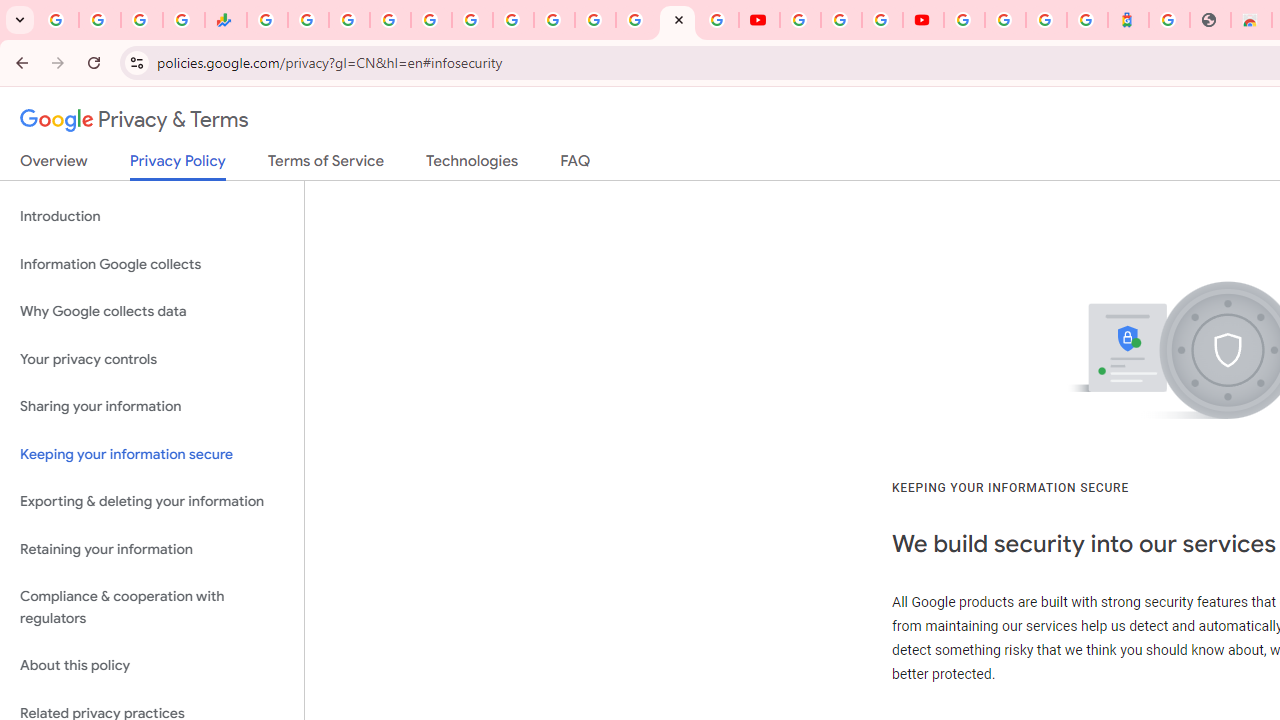 The image size is (1280, 720). What do you see at coordinates (758, 20) in the screenshot?
I see `'YouTube'` at bounding box center [758, 20].